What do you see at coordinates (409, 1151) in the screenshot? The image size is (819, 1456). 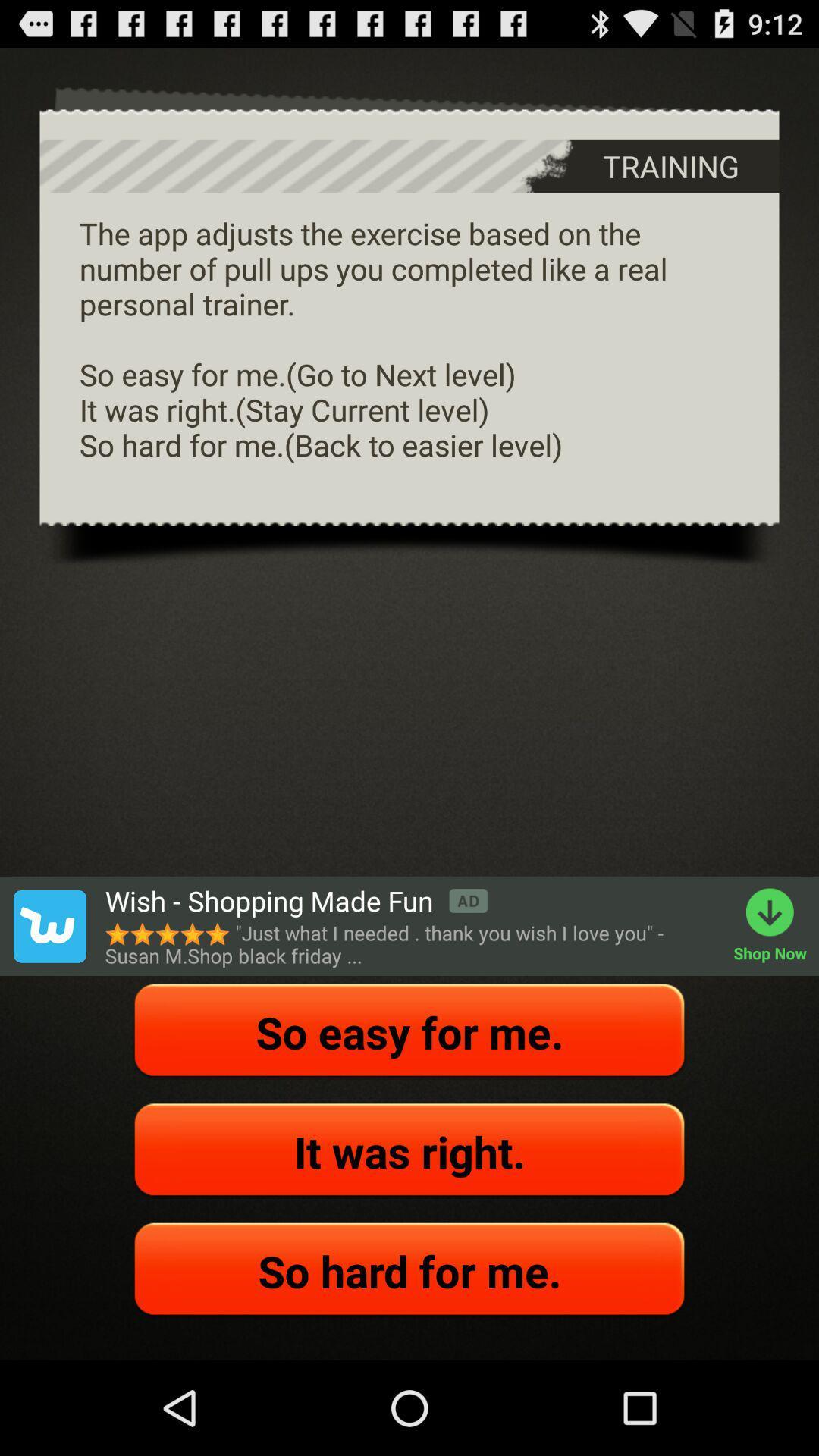 I see `icon below the so easy for` at bounding box center [409, 1151].